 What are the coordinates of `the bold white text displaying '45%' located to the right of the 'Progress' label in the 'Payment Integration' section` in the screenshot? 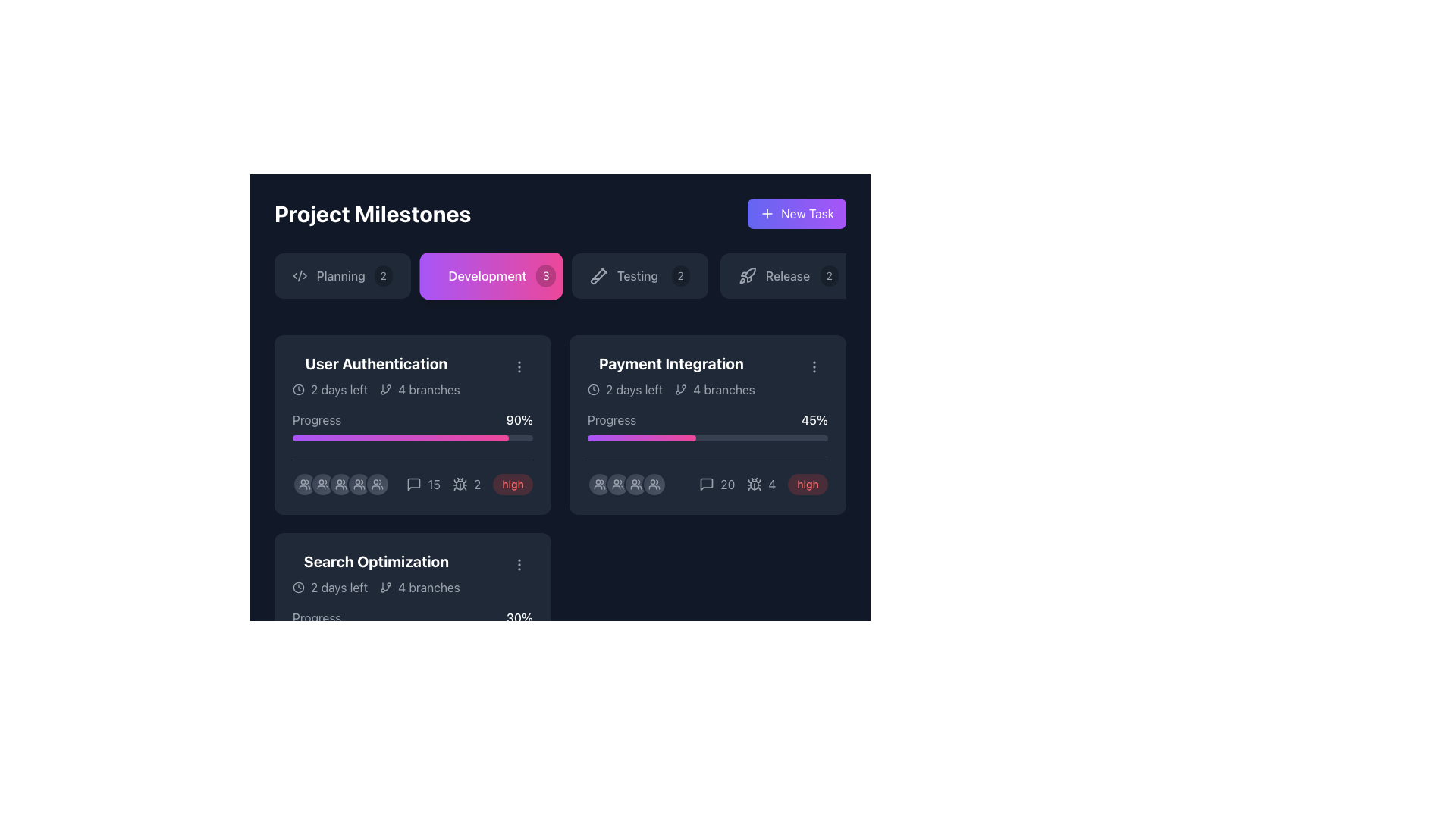 It's located at (814, 420).